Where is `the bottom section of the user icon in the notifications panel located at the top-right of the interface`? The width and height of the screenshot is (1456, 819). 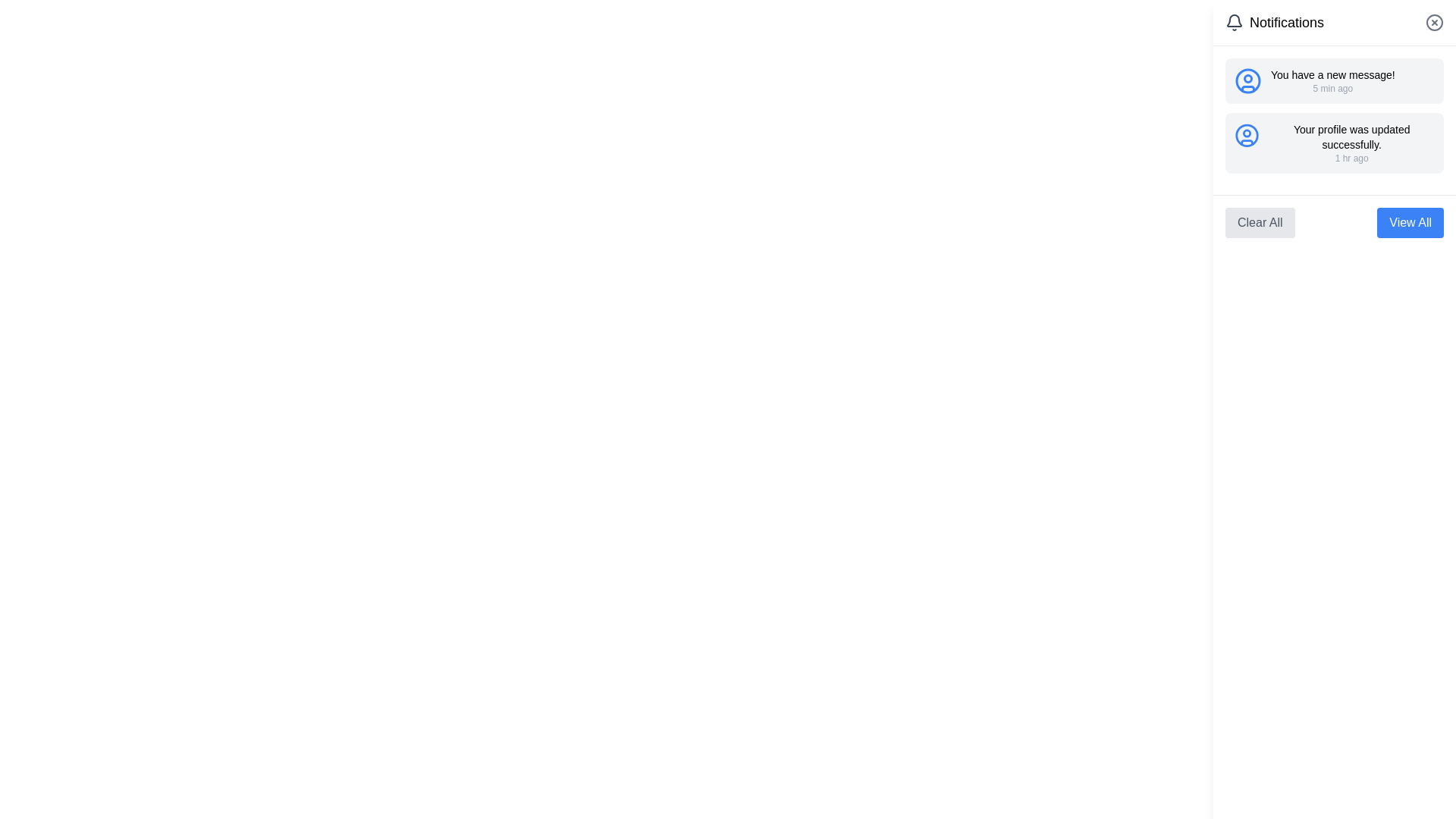
the bottom section of the user icon in the notifications panel located at the top-right of the interface is located at coordinates (1248, 88).